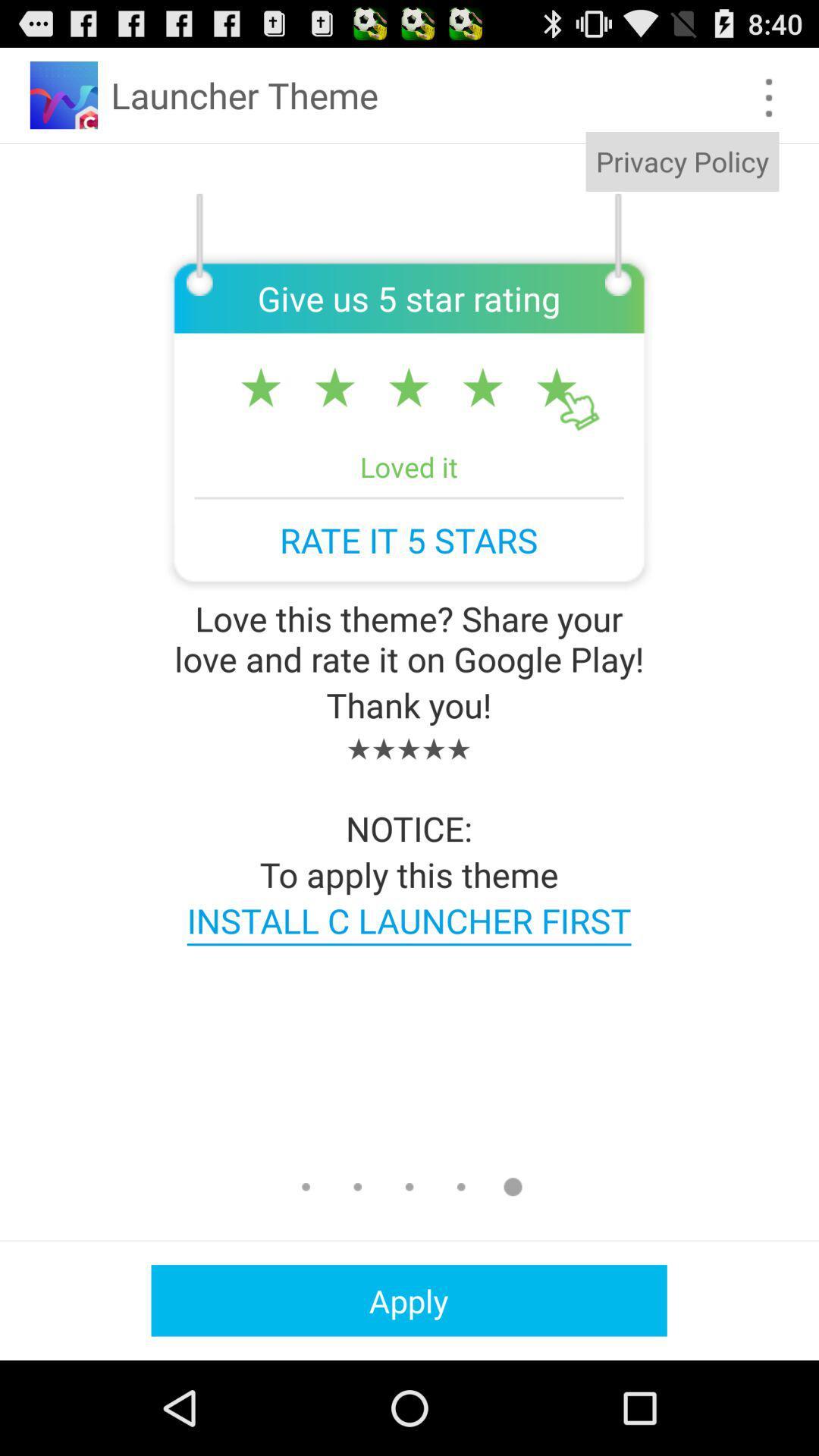 The width and height of the screenshot is (819, 1456). What do you see at coordinates (769, 97) in the screenshot?
I see `item above the privacy policy item` at bounding box center [769, 97].